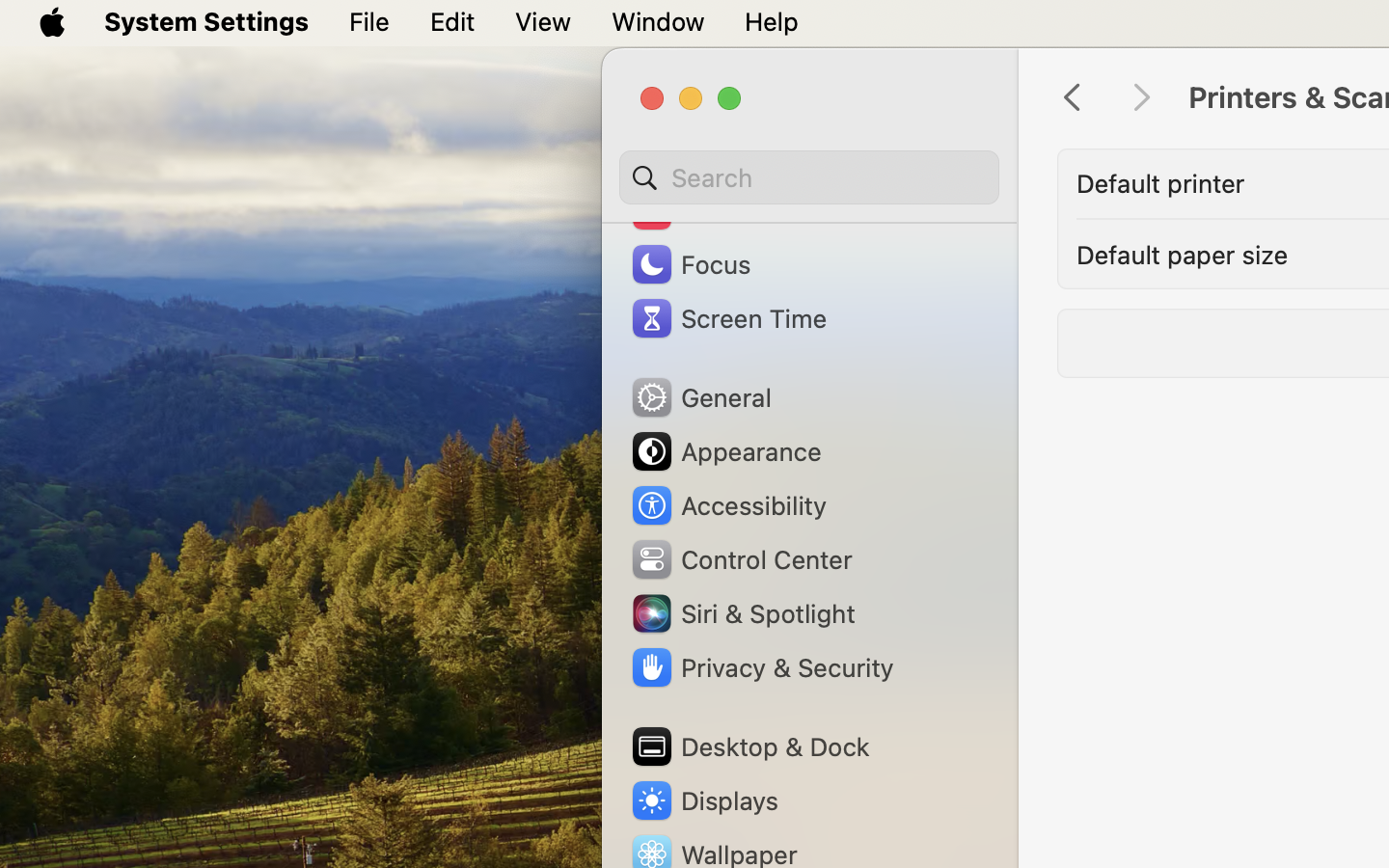  Describe the element at coordinates (1182, 253) in the screenshot. I see `'Default paper size'` at that location.